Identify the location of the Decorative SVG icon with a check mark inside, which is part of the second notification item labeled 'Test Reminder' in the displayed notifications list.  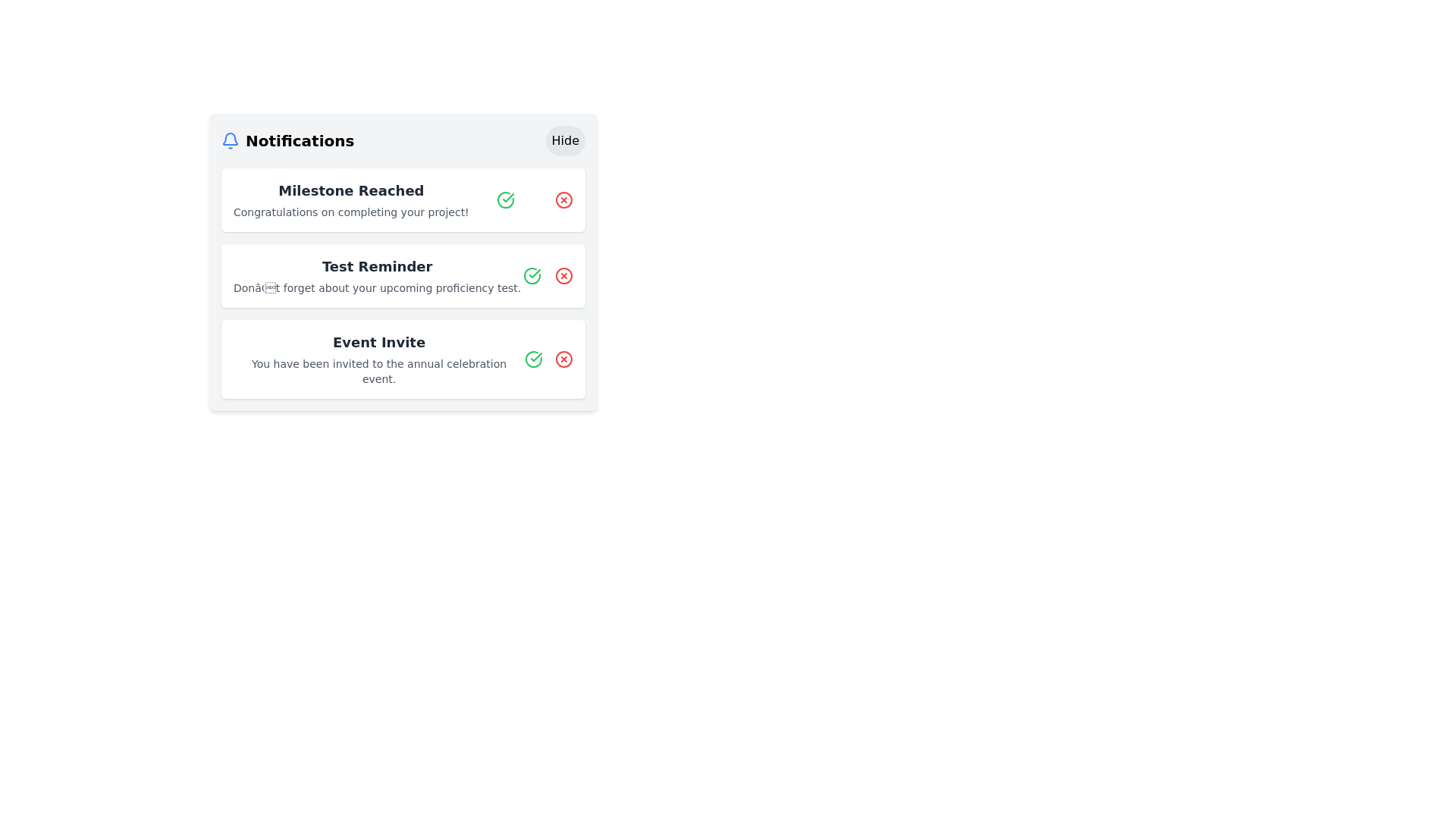
(508, 197).